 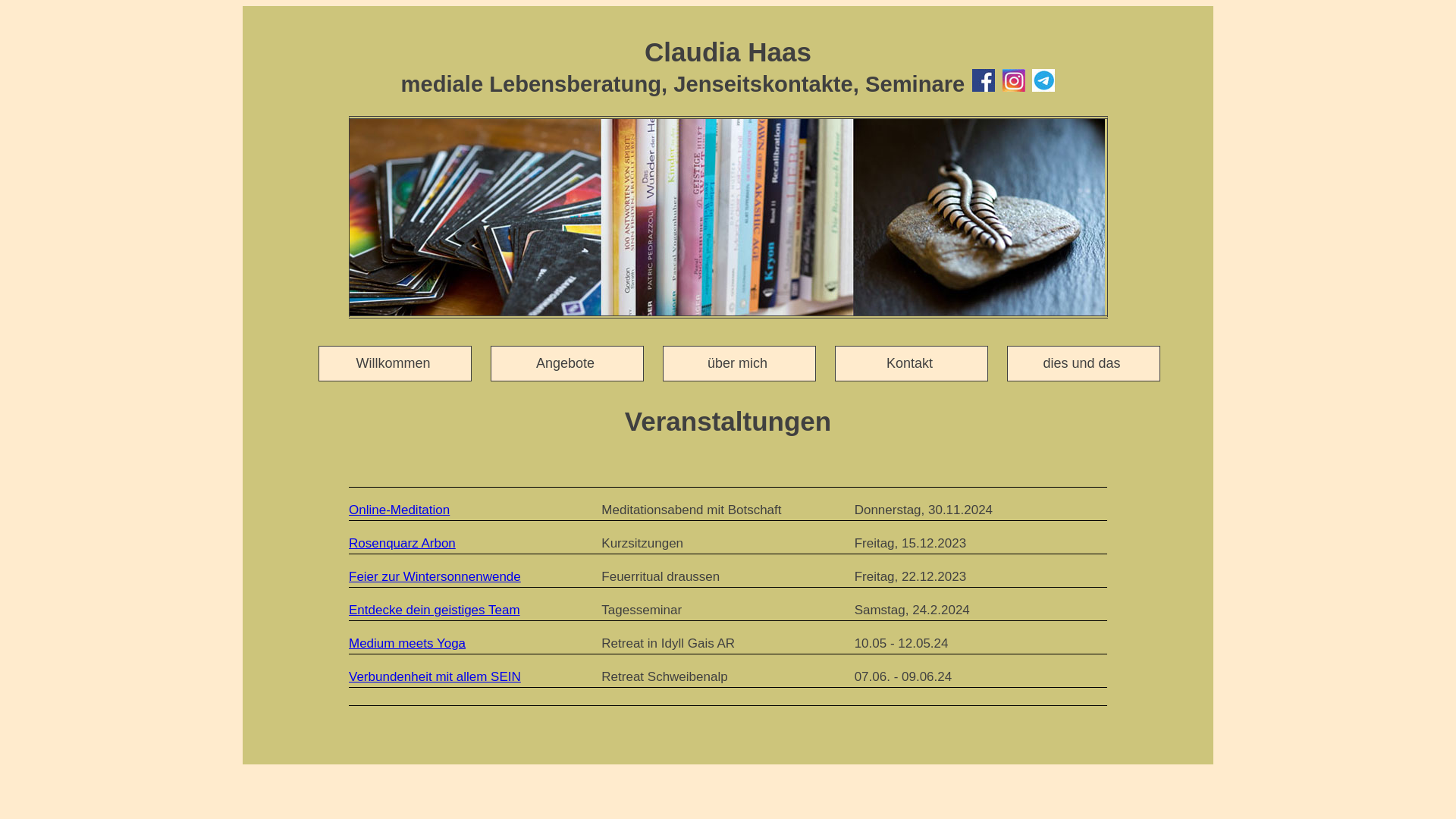 I want to click on 'Medium meets Yoga', so click(x=348, y=643).